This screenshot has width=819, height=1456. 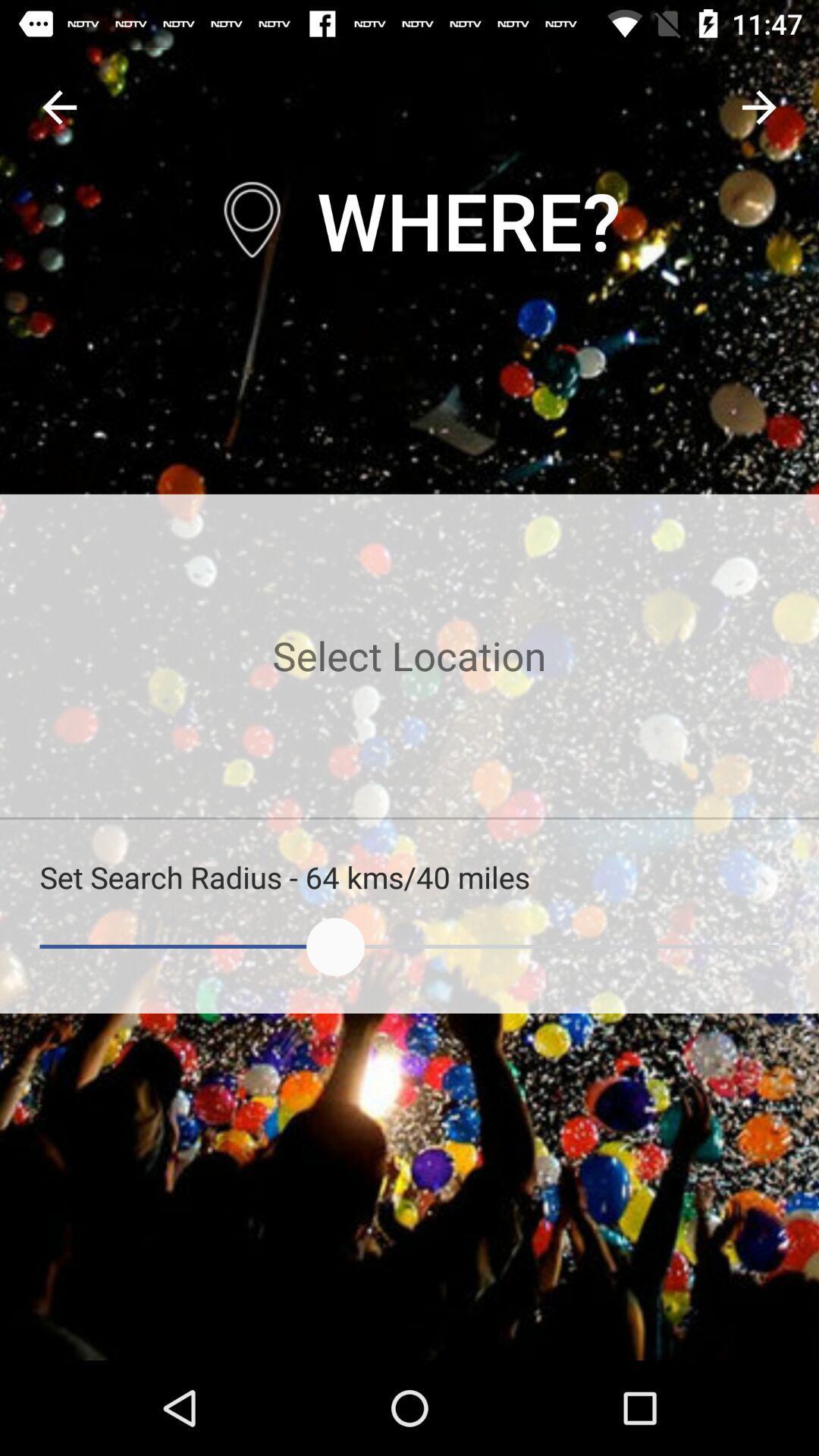 What do you see at coordinates (409, 655) in the screenshot?
I see `location` at bounding box center [409, 655].